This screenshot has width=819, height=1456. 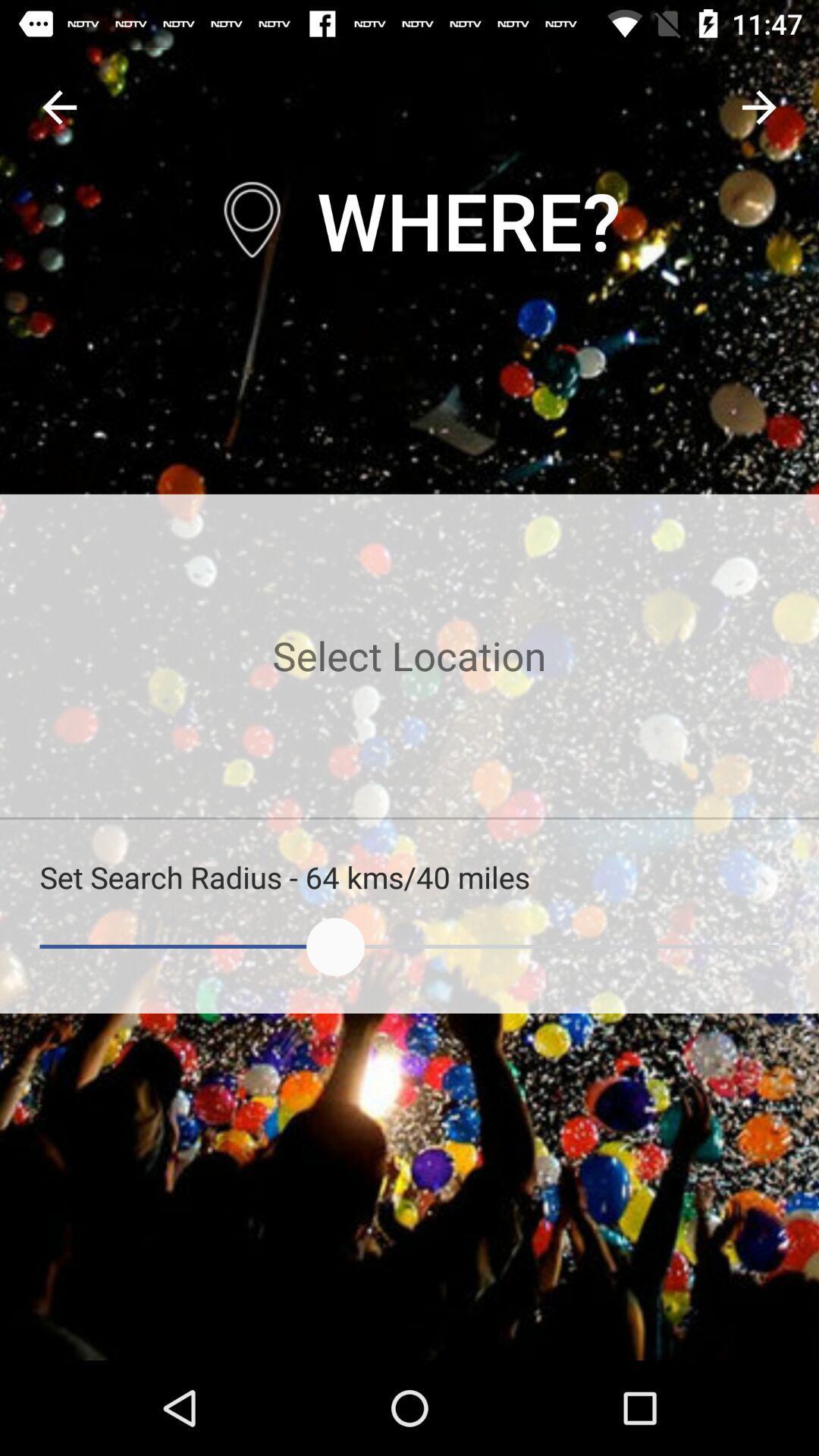 What do you see at coordinates (409, 655) in the screenshot?
I see `location` at bounding box center [409, 655].